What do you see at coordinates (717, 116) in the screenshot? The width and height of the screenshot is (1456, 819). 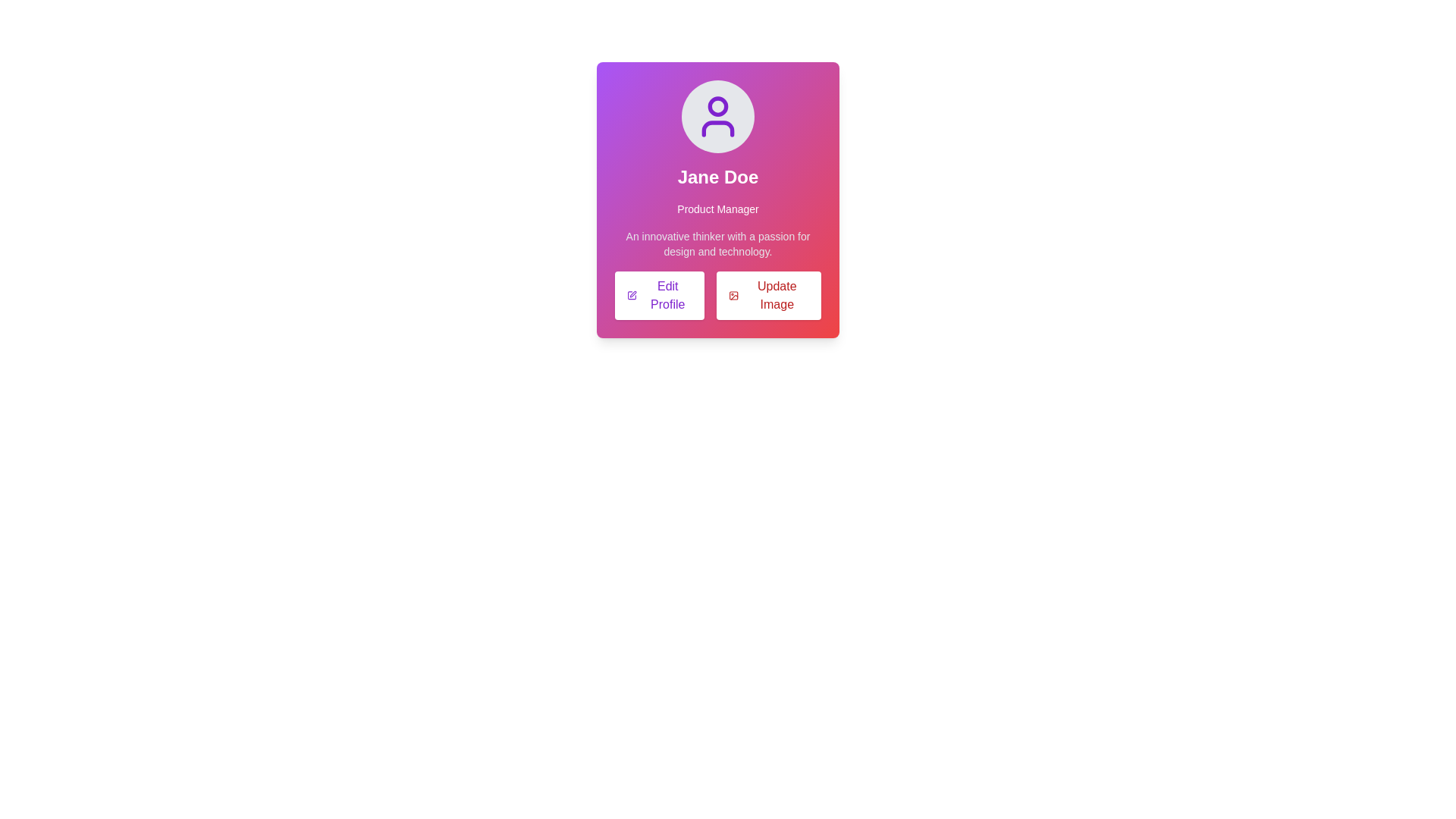 I see `the profile icon representing the user 'Jane Doe', which is located at the top center of the profile card` at bounding box center [717, 116].